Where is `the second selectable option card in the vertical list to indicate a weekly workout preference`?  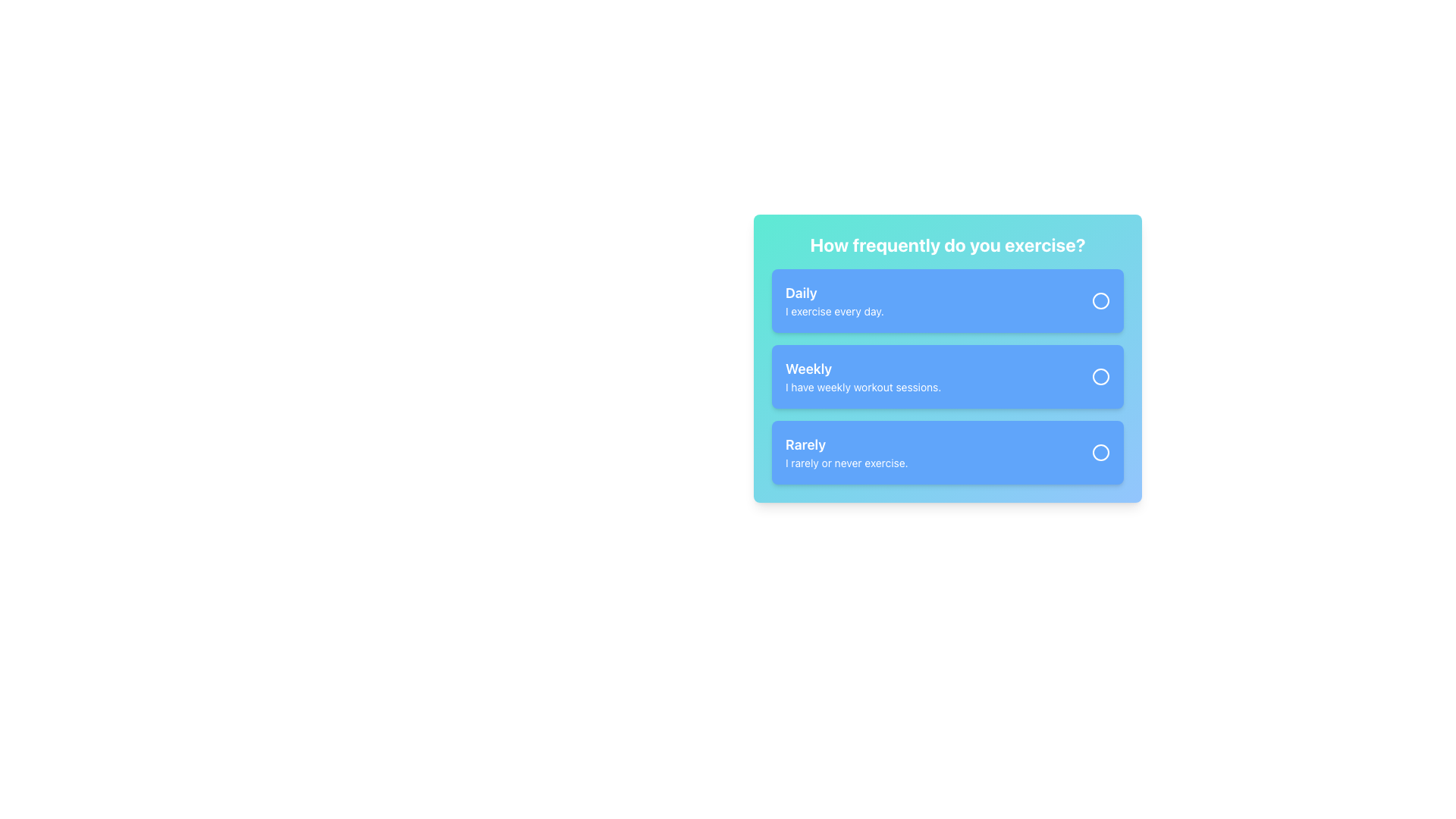 the second selectable option card in the vertical list to indicate a weekly workout preference is located at coordinates (946, 376).